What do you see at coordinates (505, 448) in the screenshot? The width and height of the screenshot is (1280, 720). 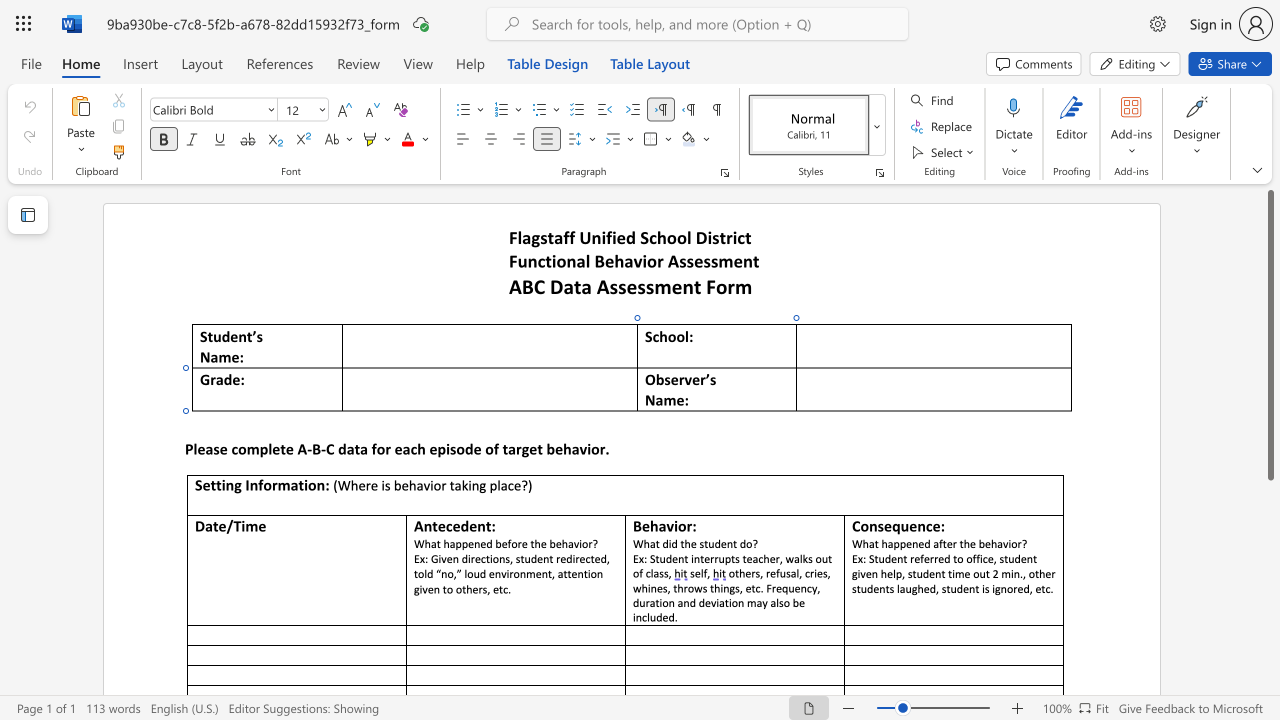 I see `the 3th character "t" in the text` at bounding box center [505, 448].